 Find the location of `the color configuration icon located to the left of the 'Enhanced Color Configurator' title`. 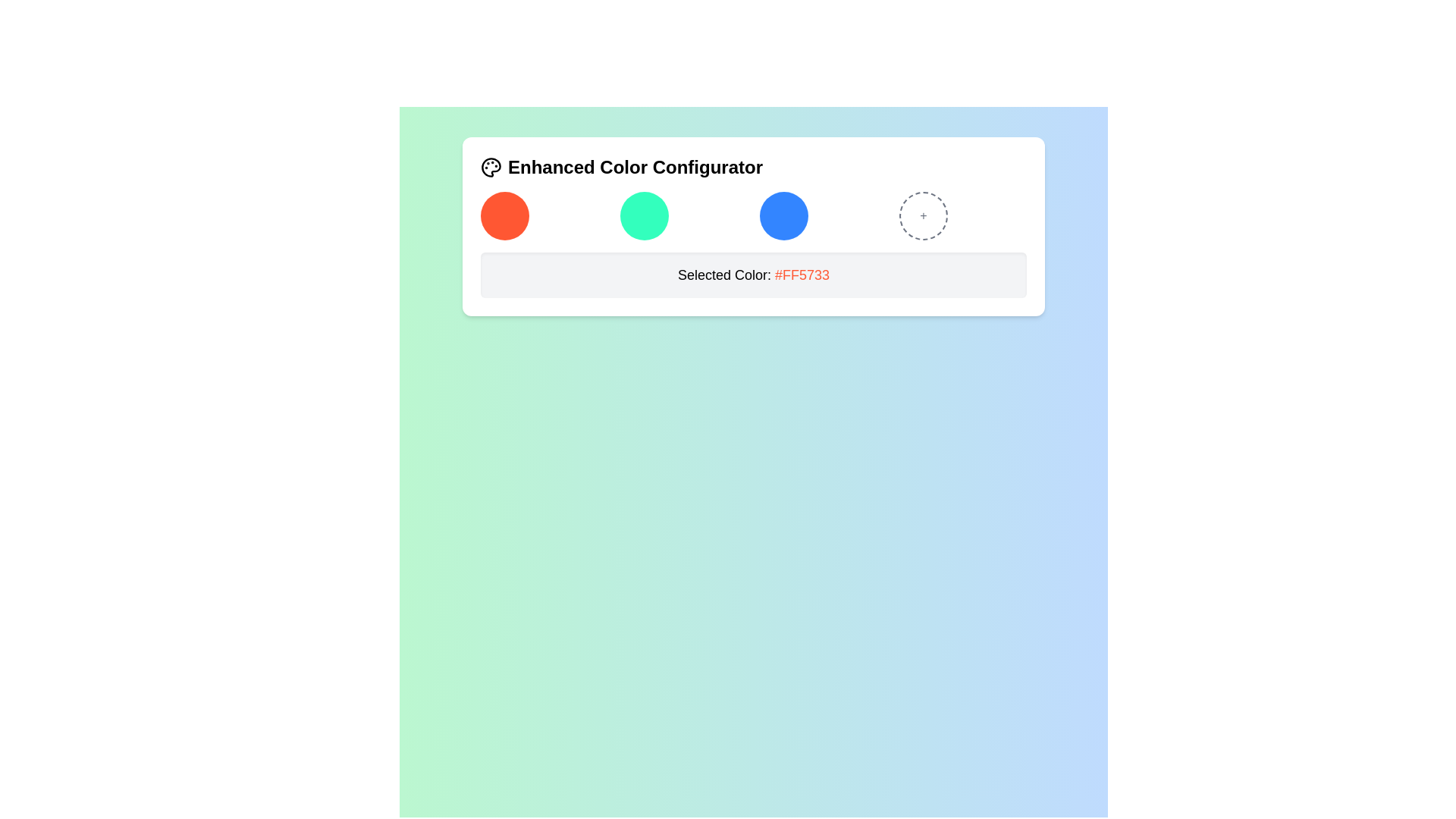

the color configuration icon located to the left of the 'Enhanced Color Configurator' title is located at coordinates (491, 167).